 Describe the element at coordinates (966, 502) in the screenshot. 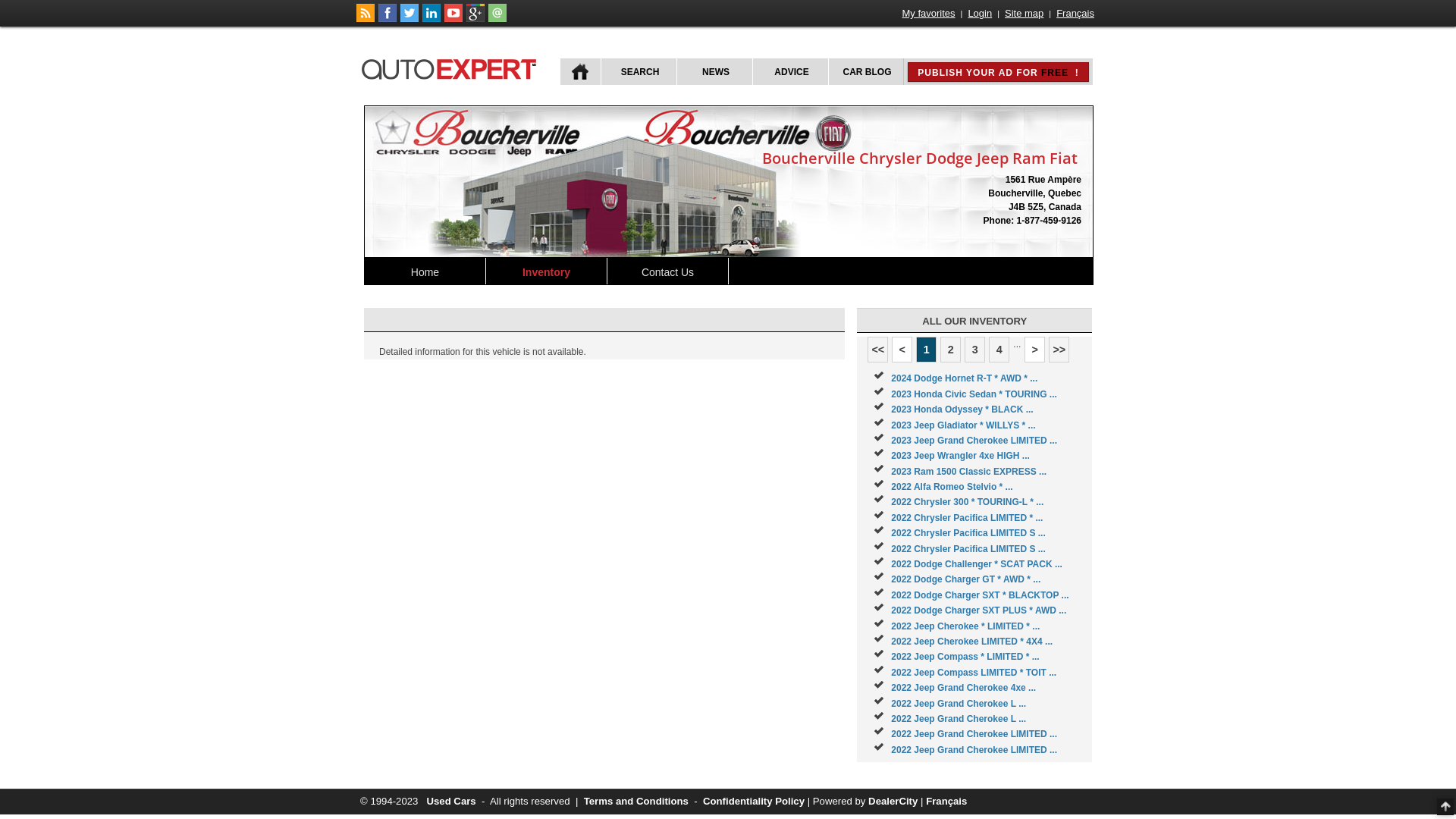

I see `'2022 Chrysler 300 * TOURING-L * ...'` at that location.